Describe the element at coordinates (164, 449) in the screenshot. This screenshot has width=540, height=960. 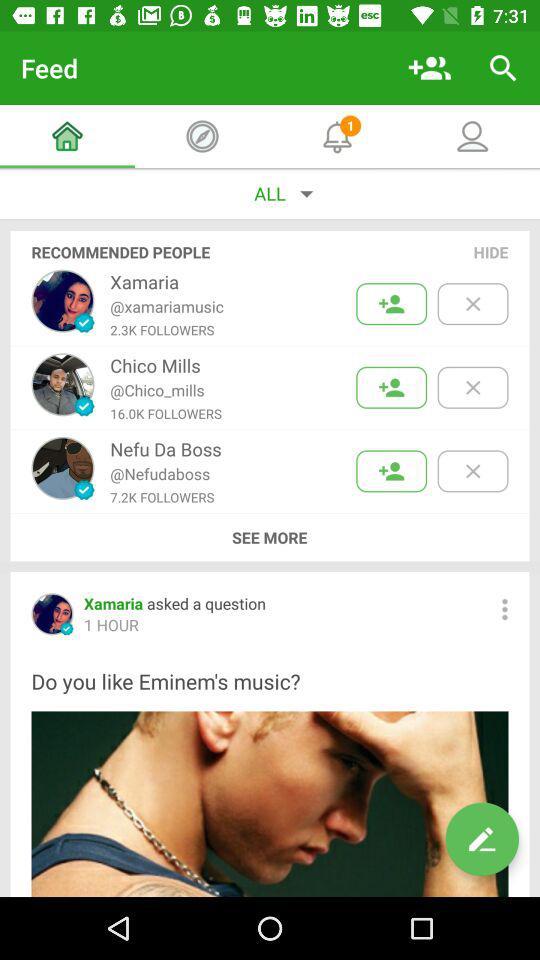
I see `the nefu da boss item` at that location.